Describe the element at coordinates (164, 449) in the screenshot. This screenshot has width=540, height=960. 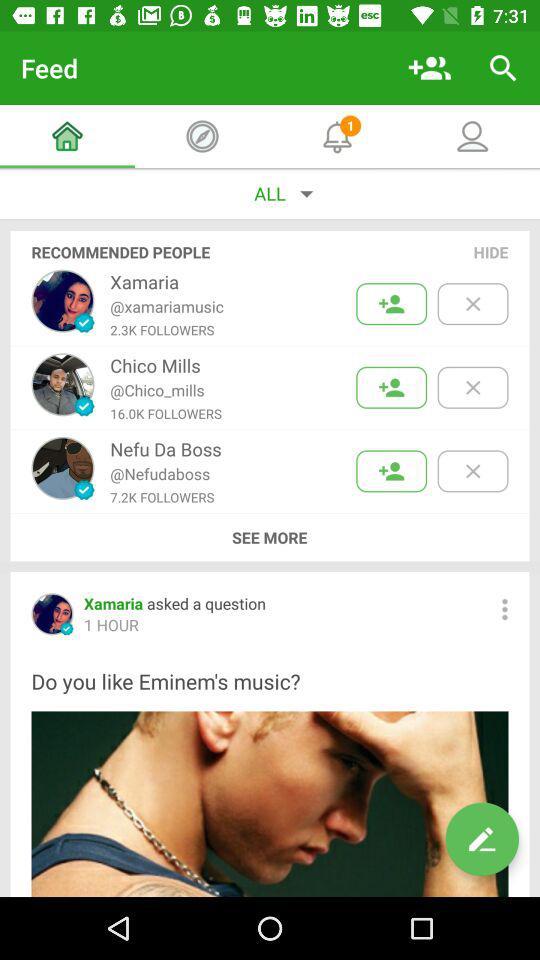
I see `the nefu da boss item` at that location.